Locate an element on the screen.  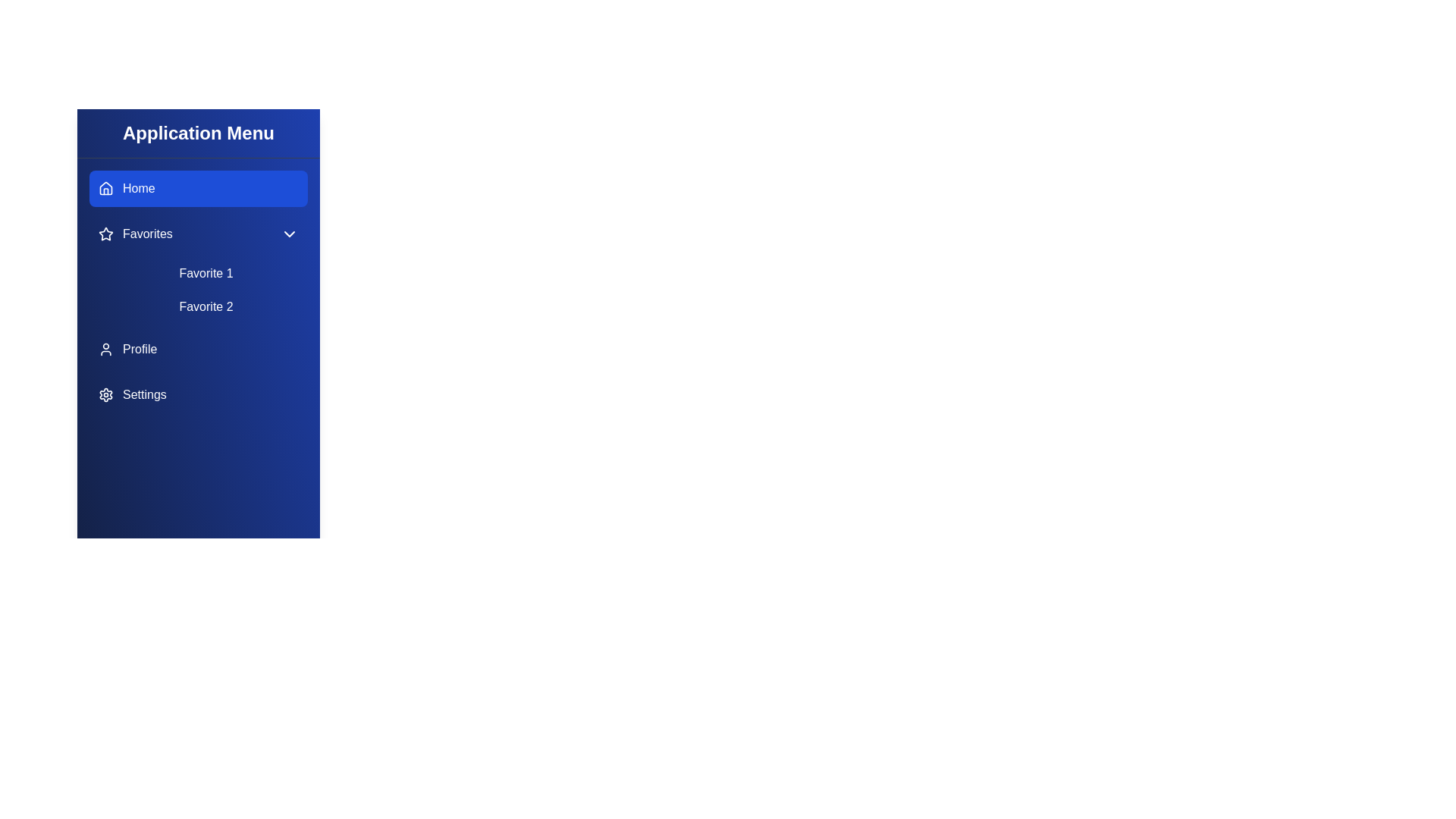
the navigation item for accessing the user's profile section, which is the fourth item in the vertical menu of the sidebar, positioned between 'Favorites' and 'Settings' is located at coordinates (127, 350).